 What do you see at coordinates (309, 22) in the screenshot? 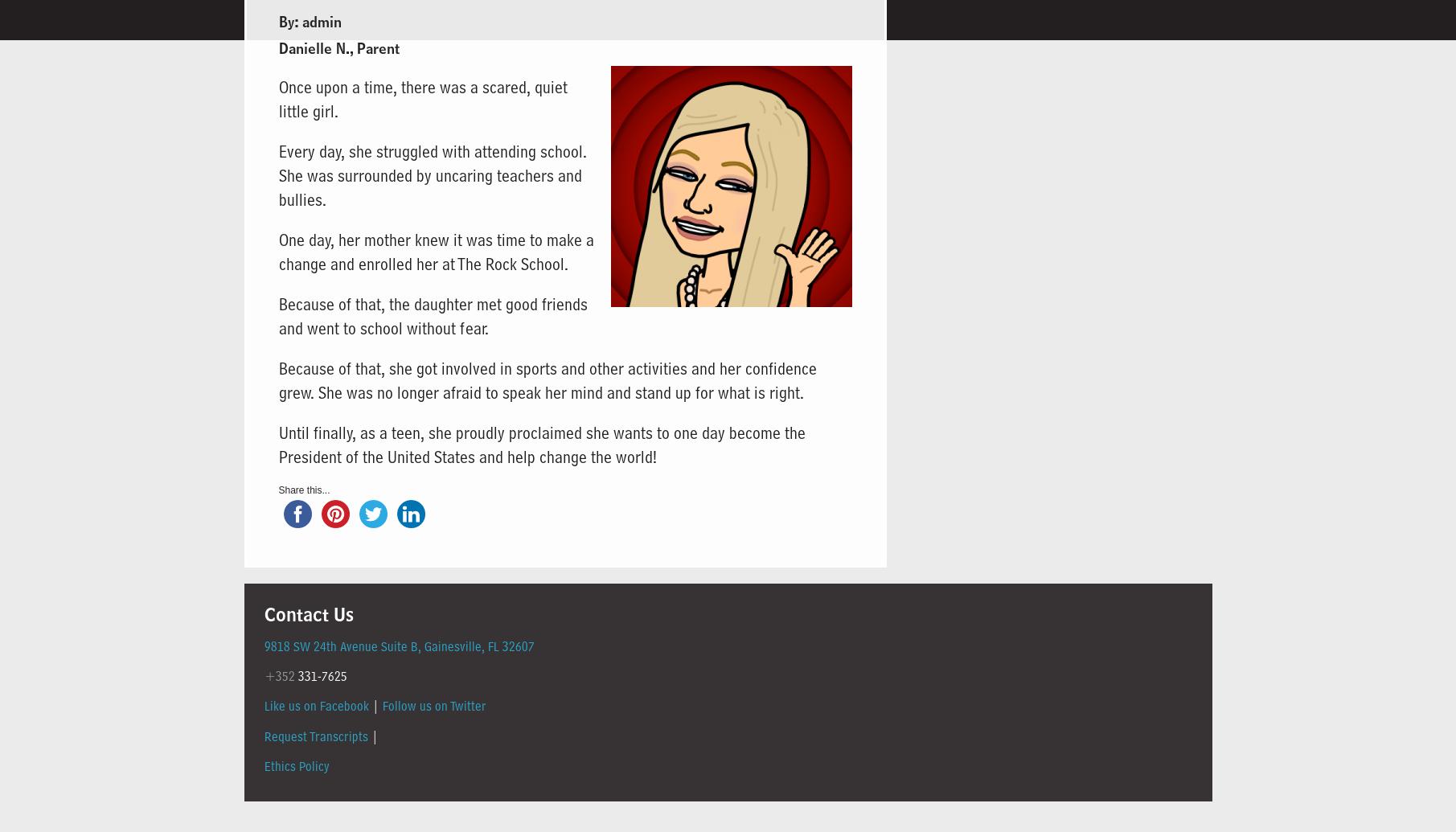
I see `'By: admin'` at bounding box center [309, 22].